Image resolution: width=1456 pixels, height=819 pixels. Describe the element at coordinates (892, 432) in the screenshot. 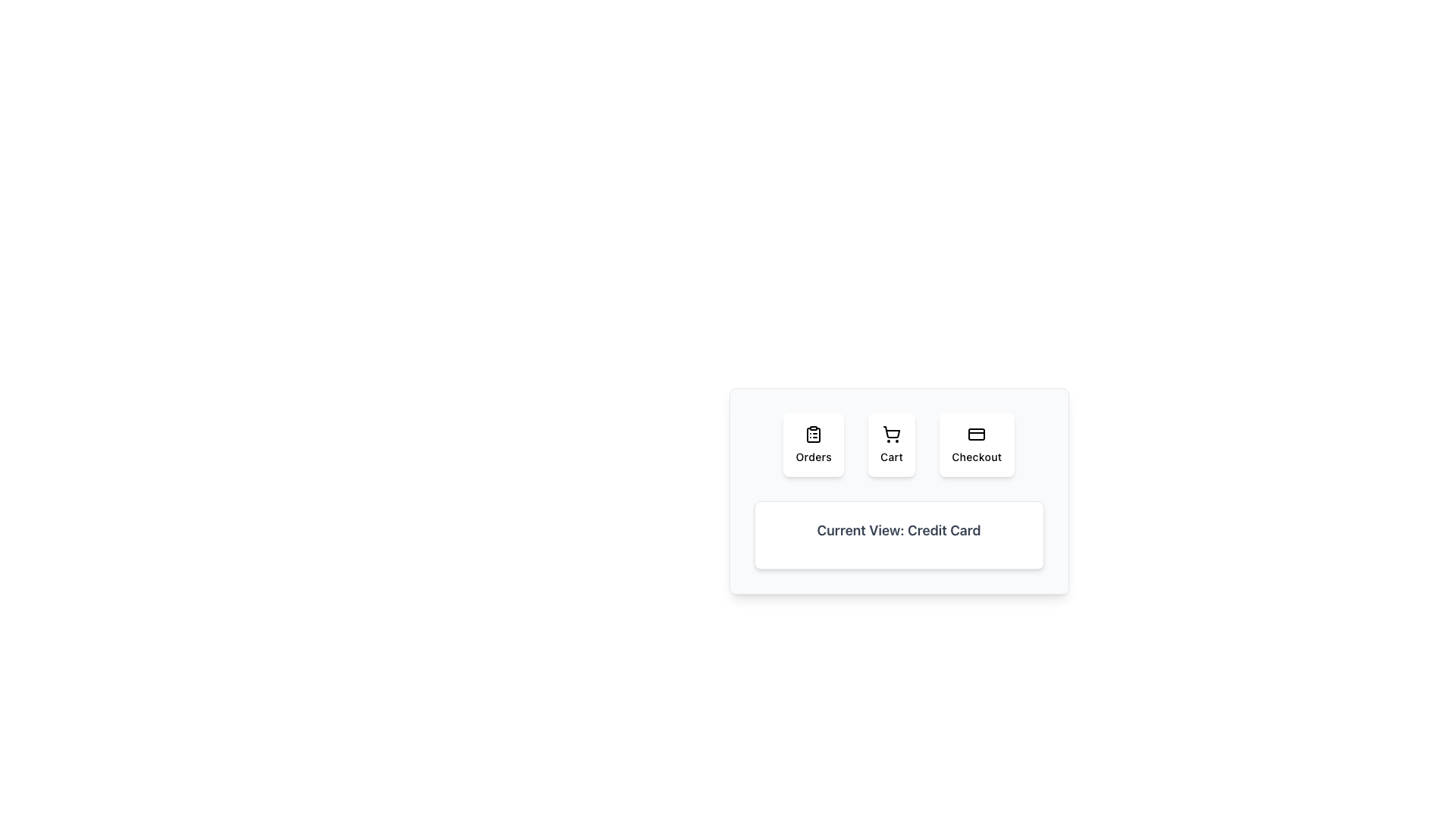

I see `the shopping cart icon located in the middle of the 'Cart' button, which is visually distinguished by its red styling` at that location.